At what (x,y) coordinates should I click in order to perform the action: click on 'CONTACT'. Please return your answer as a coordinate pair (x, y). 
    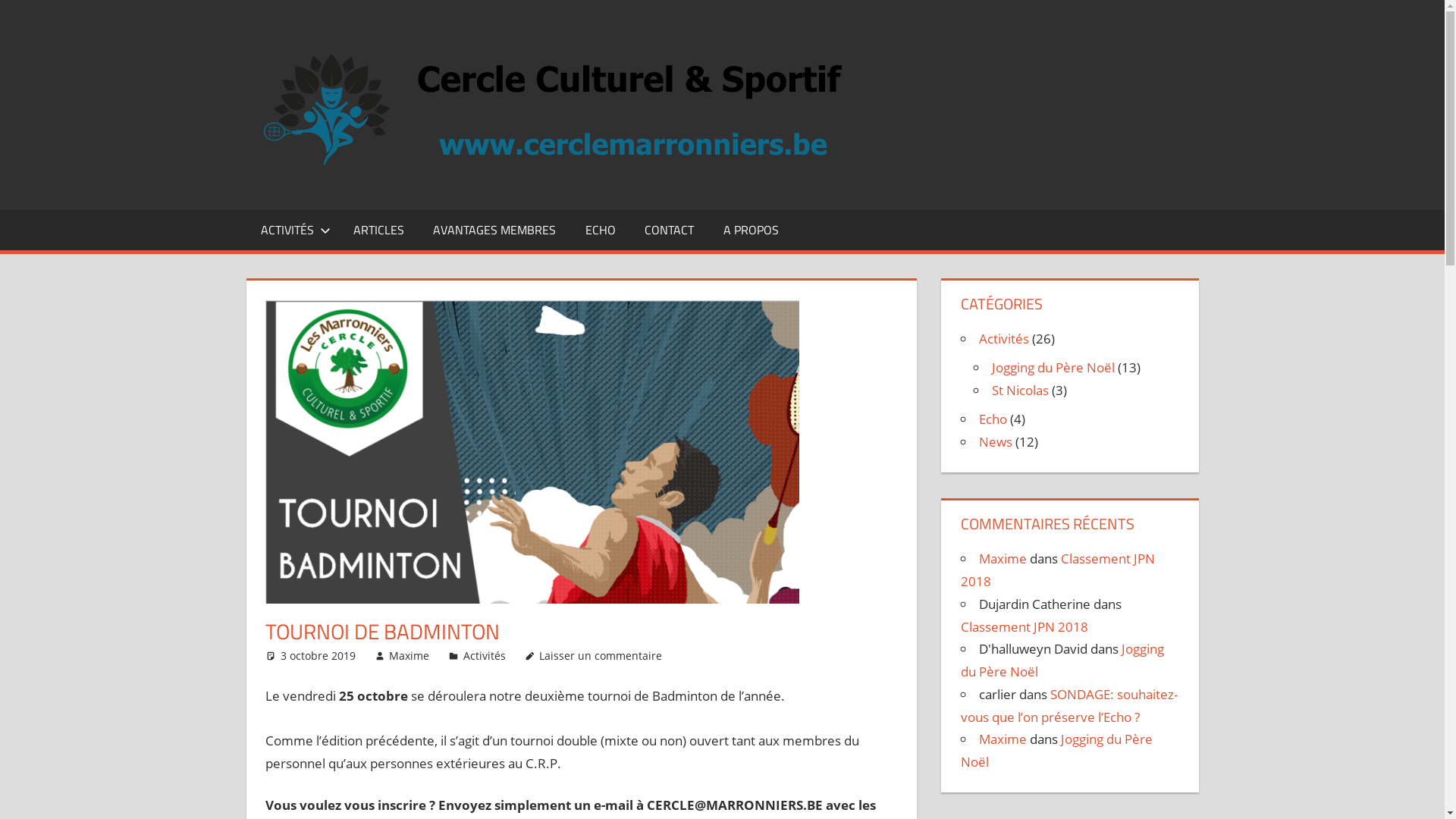
    Looking at the image, I should click on (668, 230).